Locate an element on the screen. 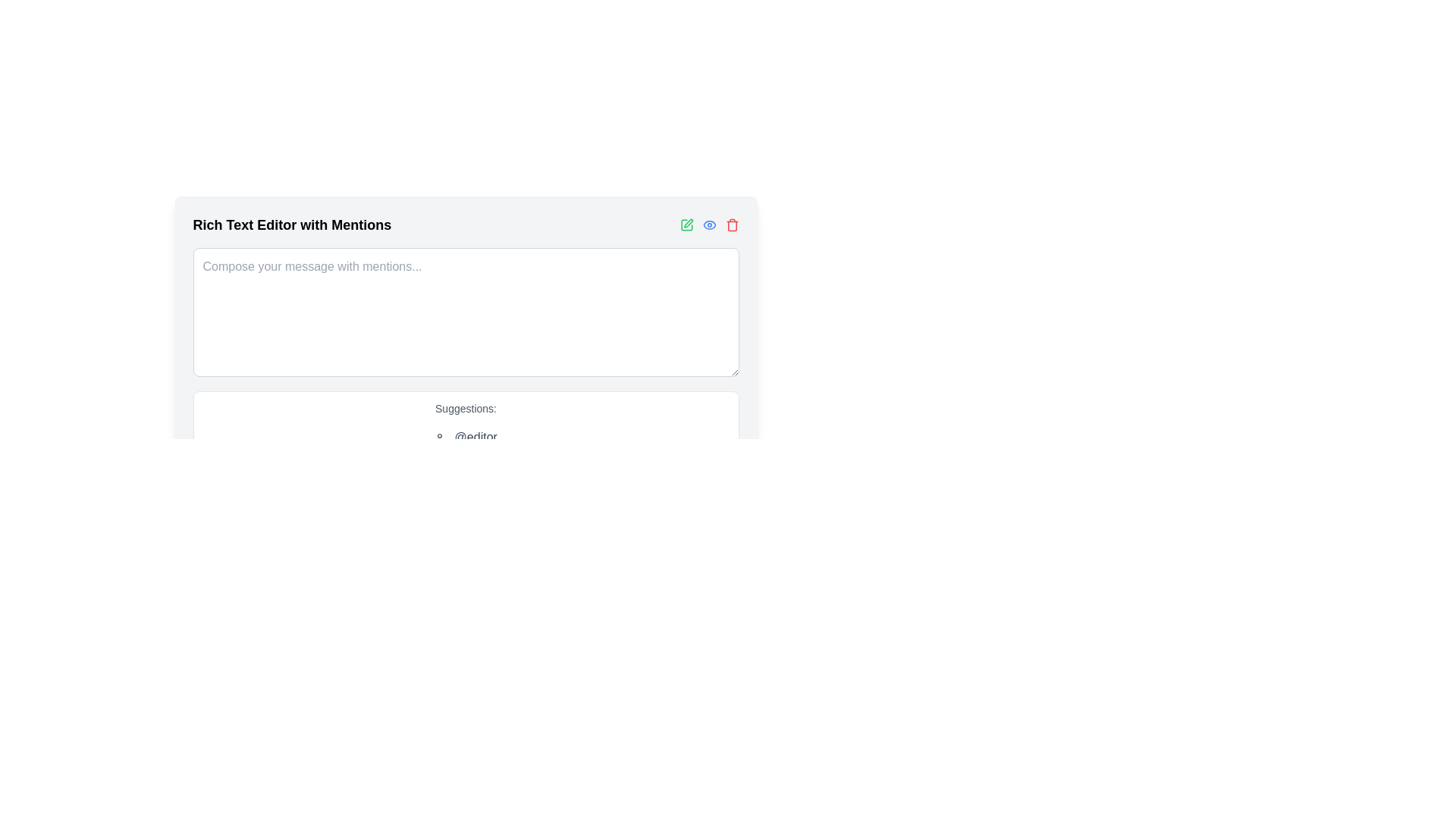  the green pencil button in the top-right corner of the text editor is located at coordinates (686, 225).